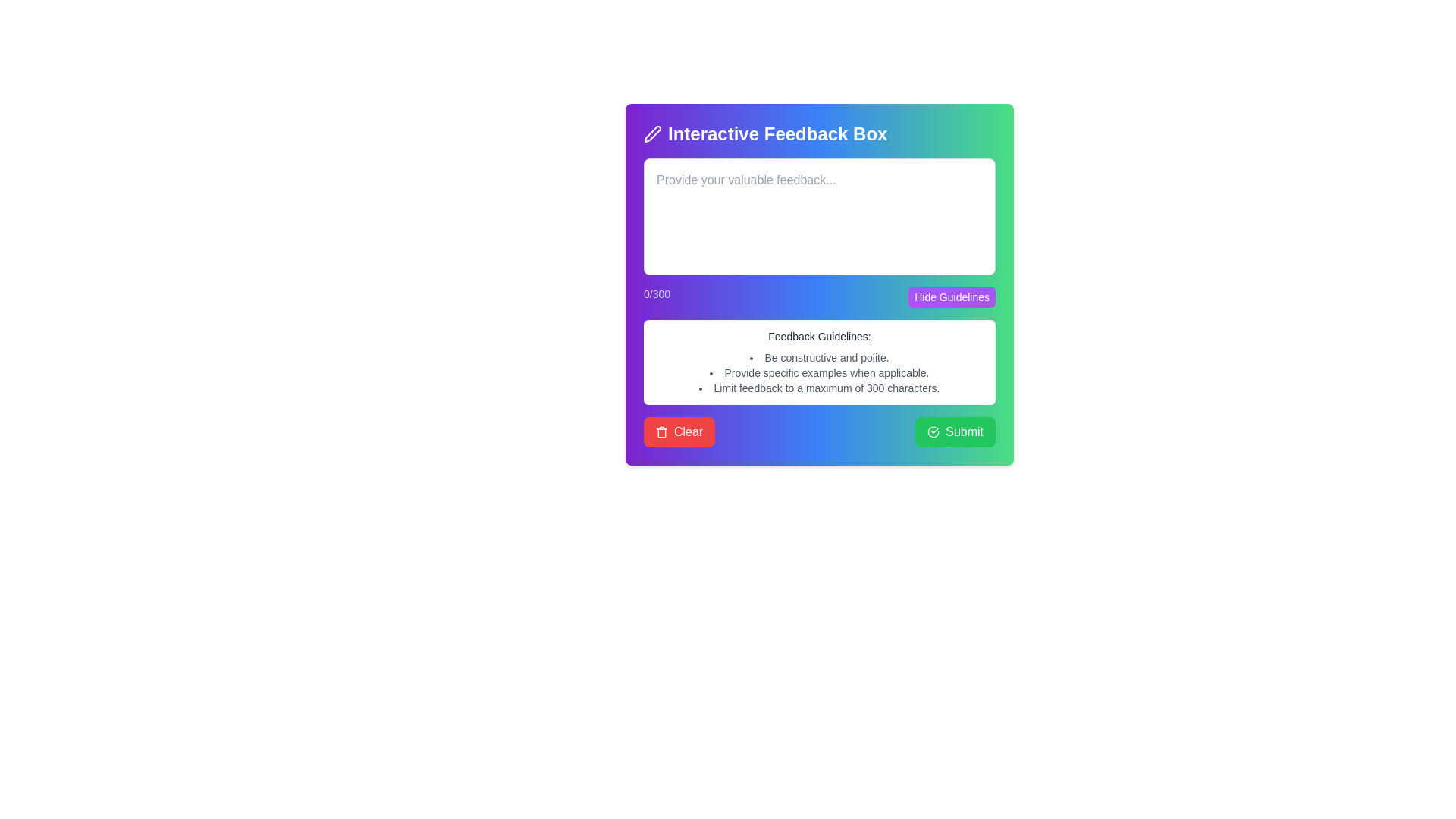  Describe the element at coordinates (818, 357) in the screenshot. I see `the text label 'Be constructive and polite.'` at that location.